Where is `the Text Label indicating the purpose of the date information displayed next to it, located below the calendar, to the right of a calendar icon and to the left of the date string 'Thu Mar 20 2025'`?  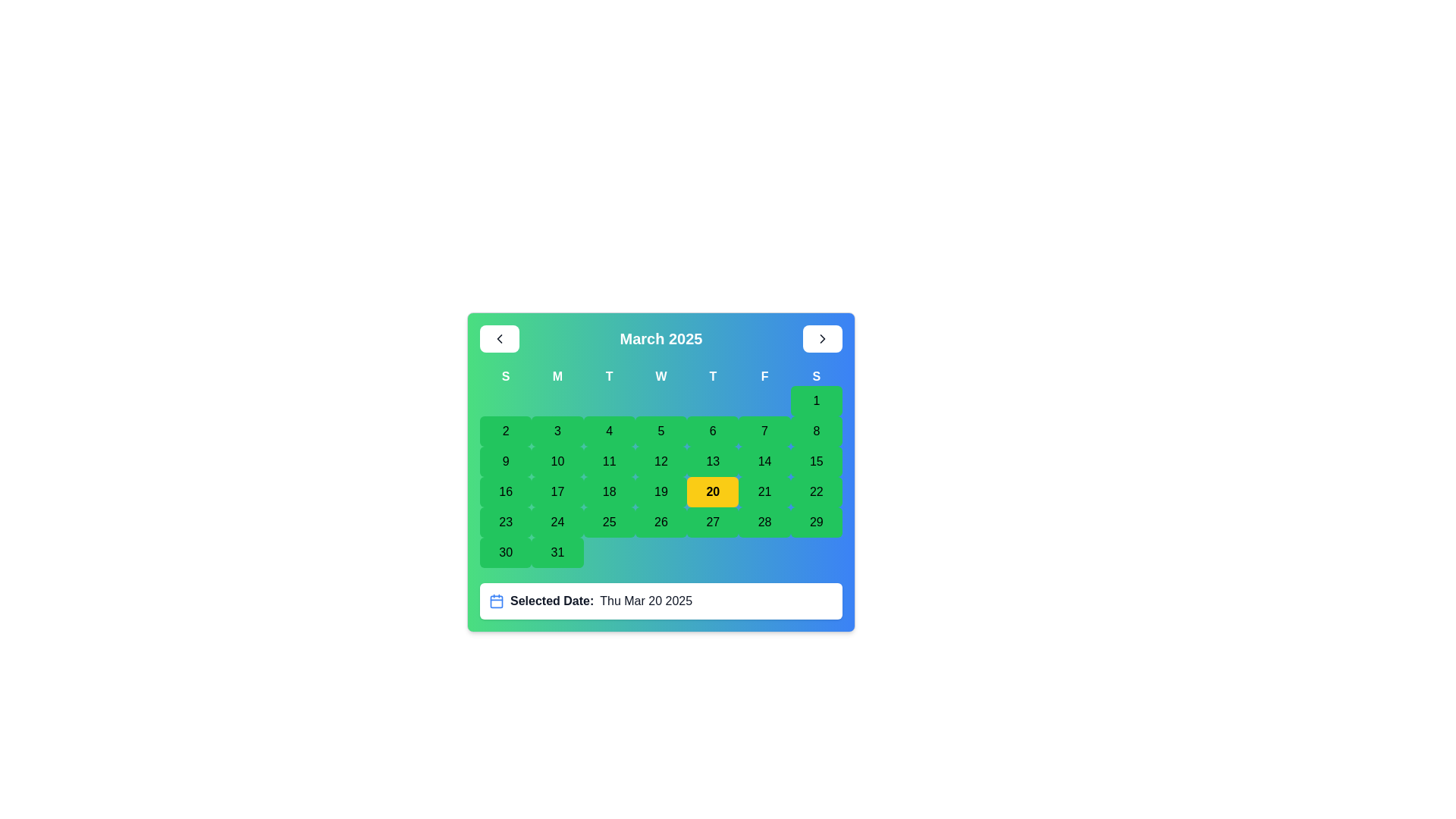
the Text Label indicating the purpose of the date information displayed next to it, located below the calendar, to the right of a calendar icon and to the left of the date string 'Thu Mar 20 2025' is located at coordinates (551, 601).